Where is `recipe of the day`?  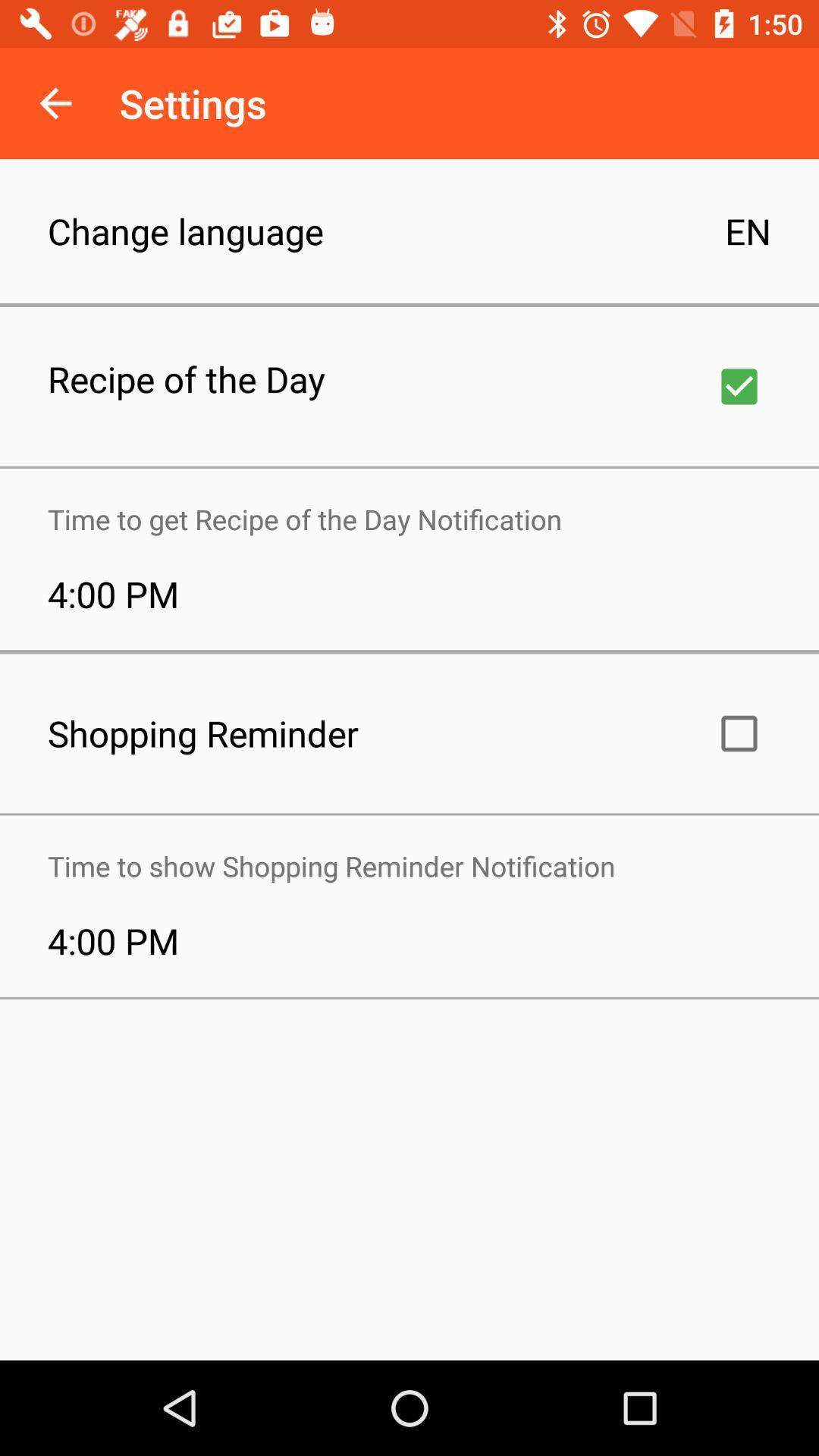
recipe of the day is located at coordinates (739, 386).